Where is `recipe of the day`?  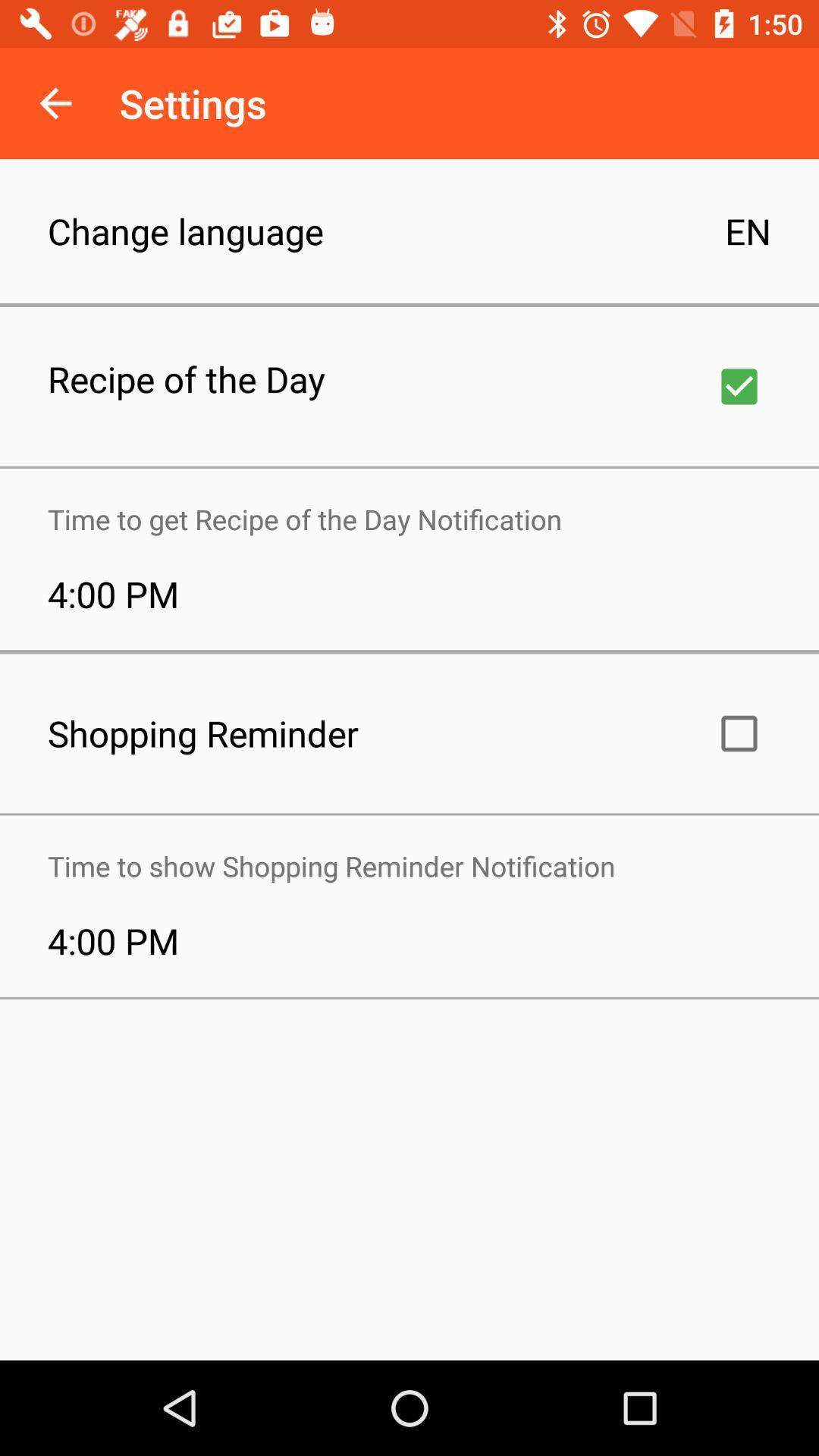
recipe of the day is located at coordinates (739, 386).